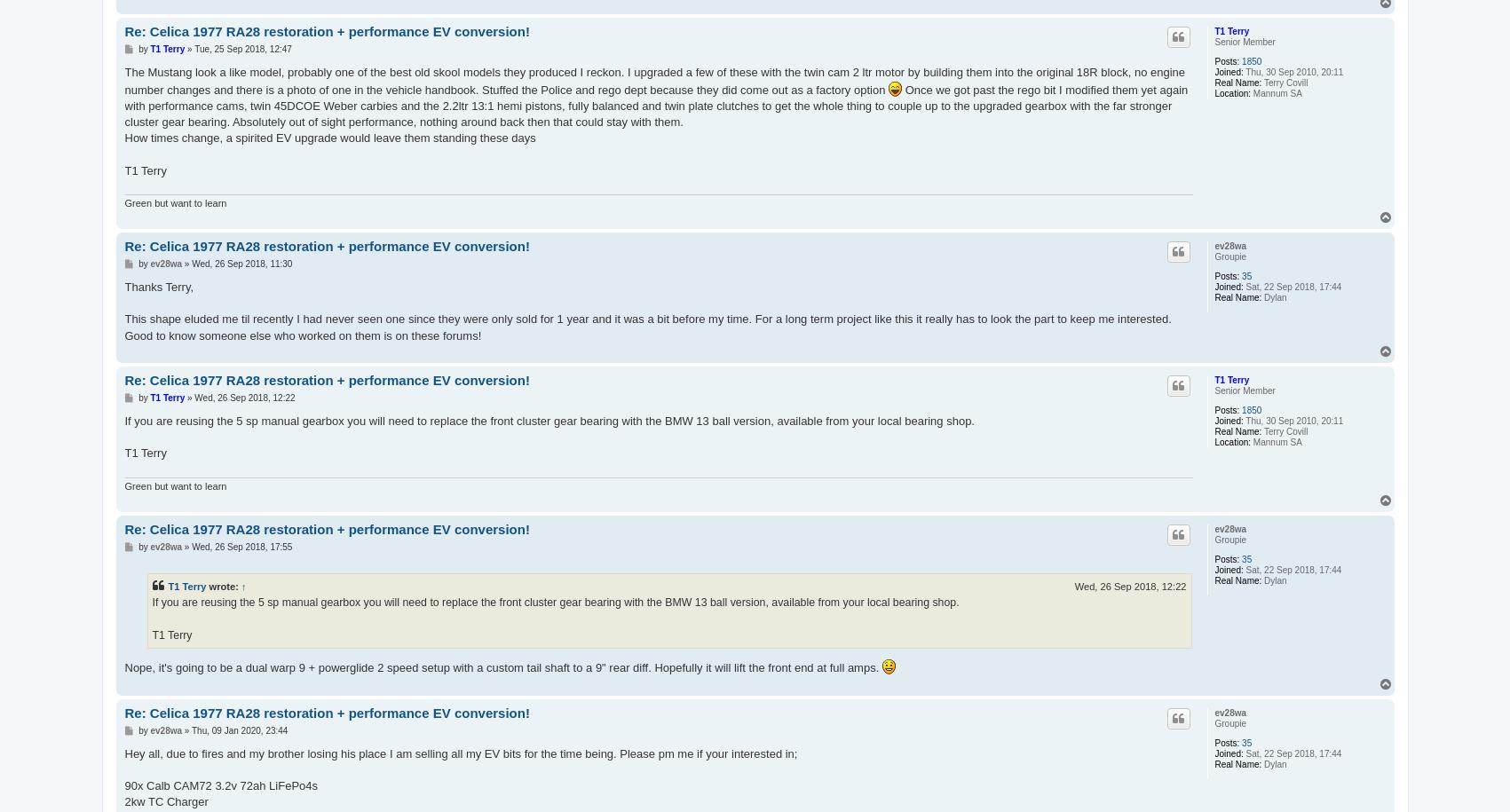  What do you see at coordinates (502, 667) in the screenshot?
I see `'Nope, it's going to be a dual warp 9 + powerglide 2 speed setup with a custom tail shaft to a 9" rear diff. Hopefully it will lift the front end at full amps.'` at bounding box center [502, 667].